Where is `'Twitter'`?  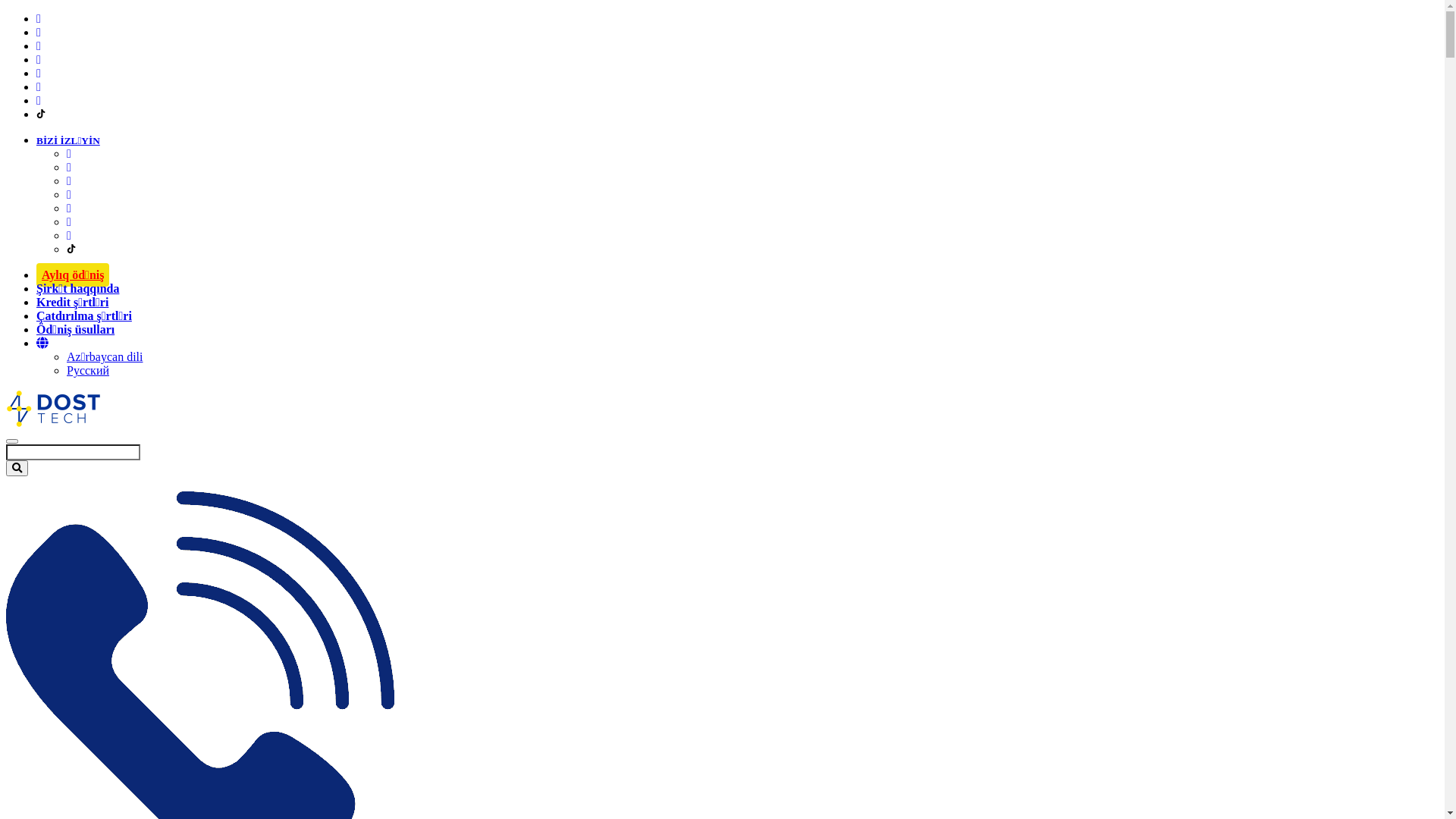
'Twitter' is located at coordinates (39, 100).